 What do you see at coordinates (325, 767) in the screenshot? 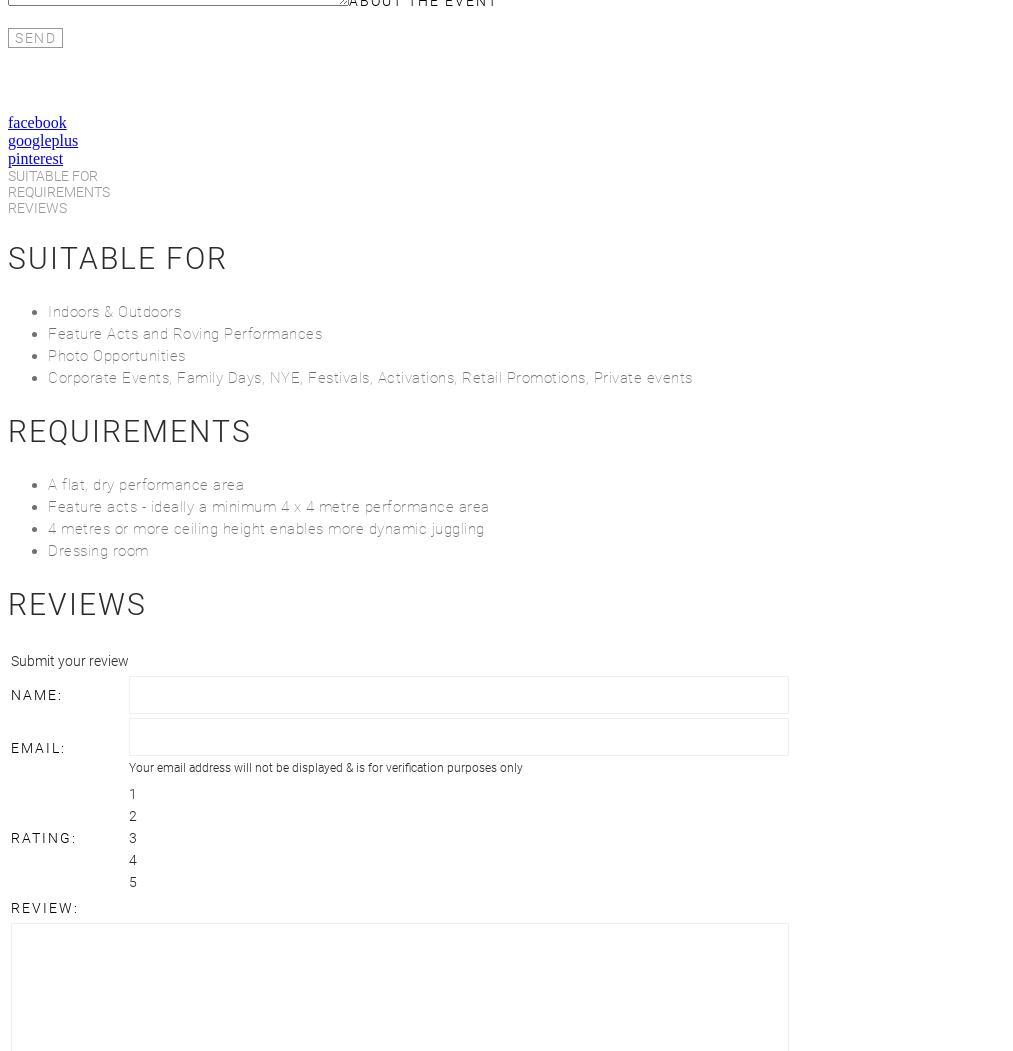
I see `'Your email address will not be displayed & is for verification purposes only'` at bounding box center [325, 767].